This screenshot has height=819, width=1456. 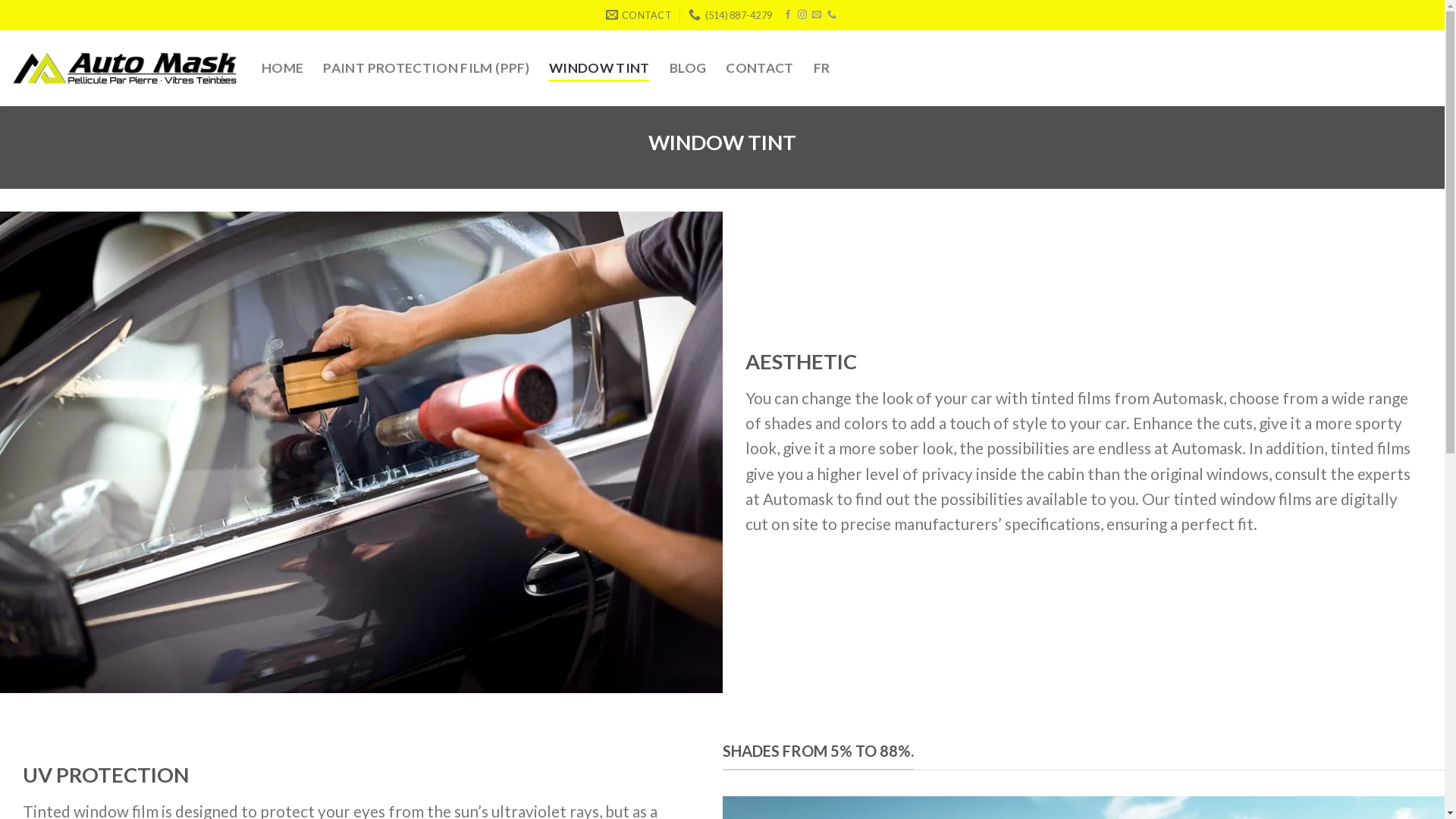 I want to click on 'FR', so click(x=813, y=67).